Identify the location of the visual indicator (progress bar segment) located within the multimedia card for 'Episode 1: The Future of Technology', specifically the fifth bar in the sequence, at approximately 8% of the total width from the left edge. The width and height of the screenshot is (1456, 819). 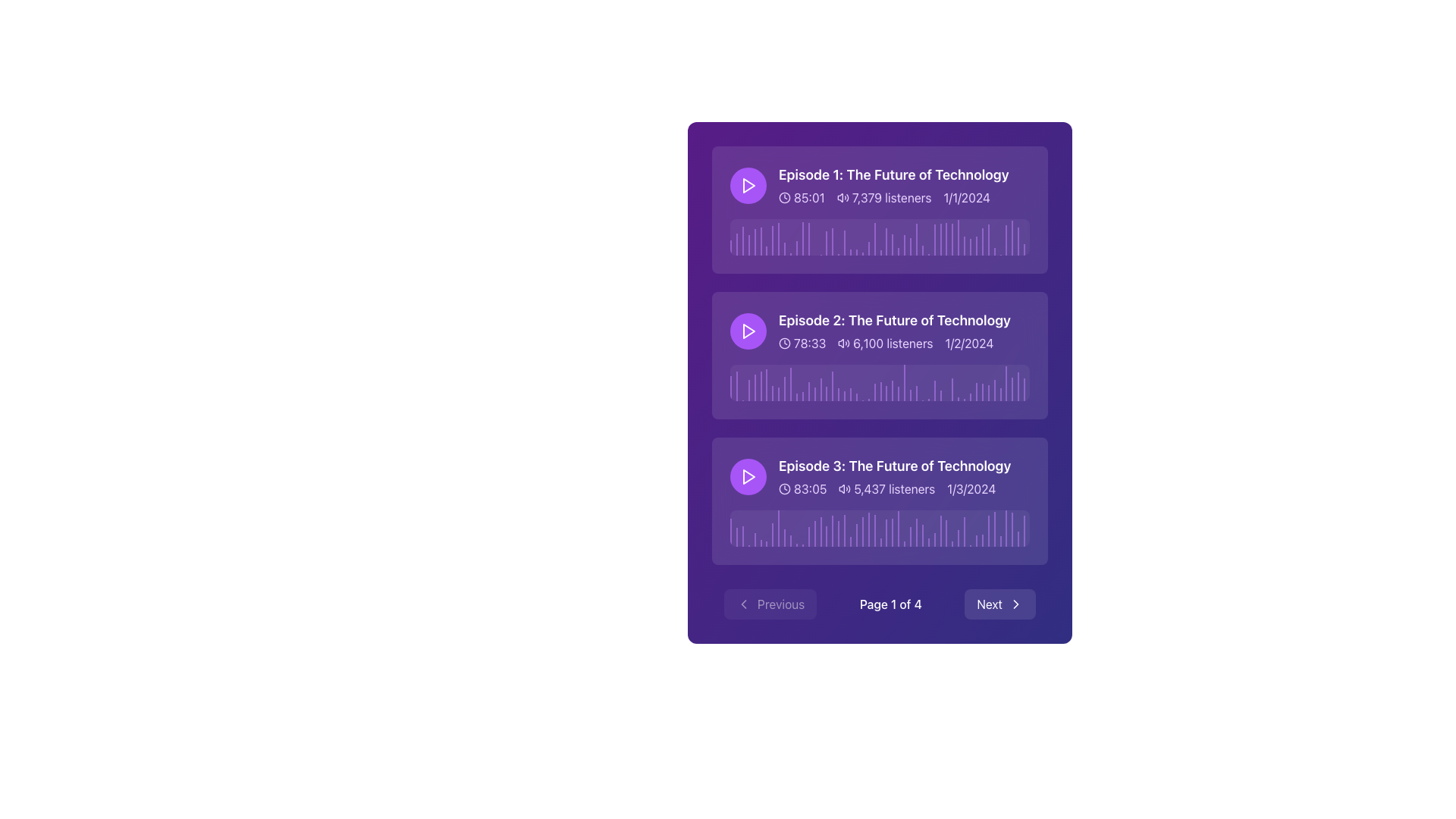
(755, 241).